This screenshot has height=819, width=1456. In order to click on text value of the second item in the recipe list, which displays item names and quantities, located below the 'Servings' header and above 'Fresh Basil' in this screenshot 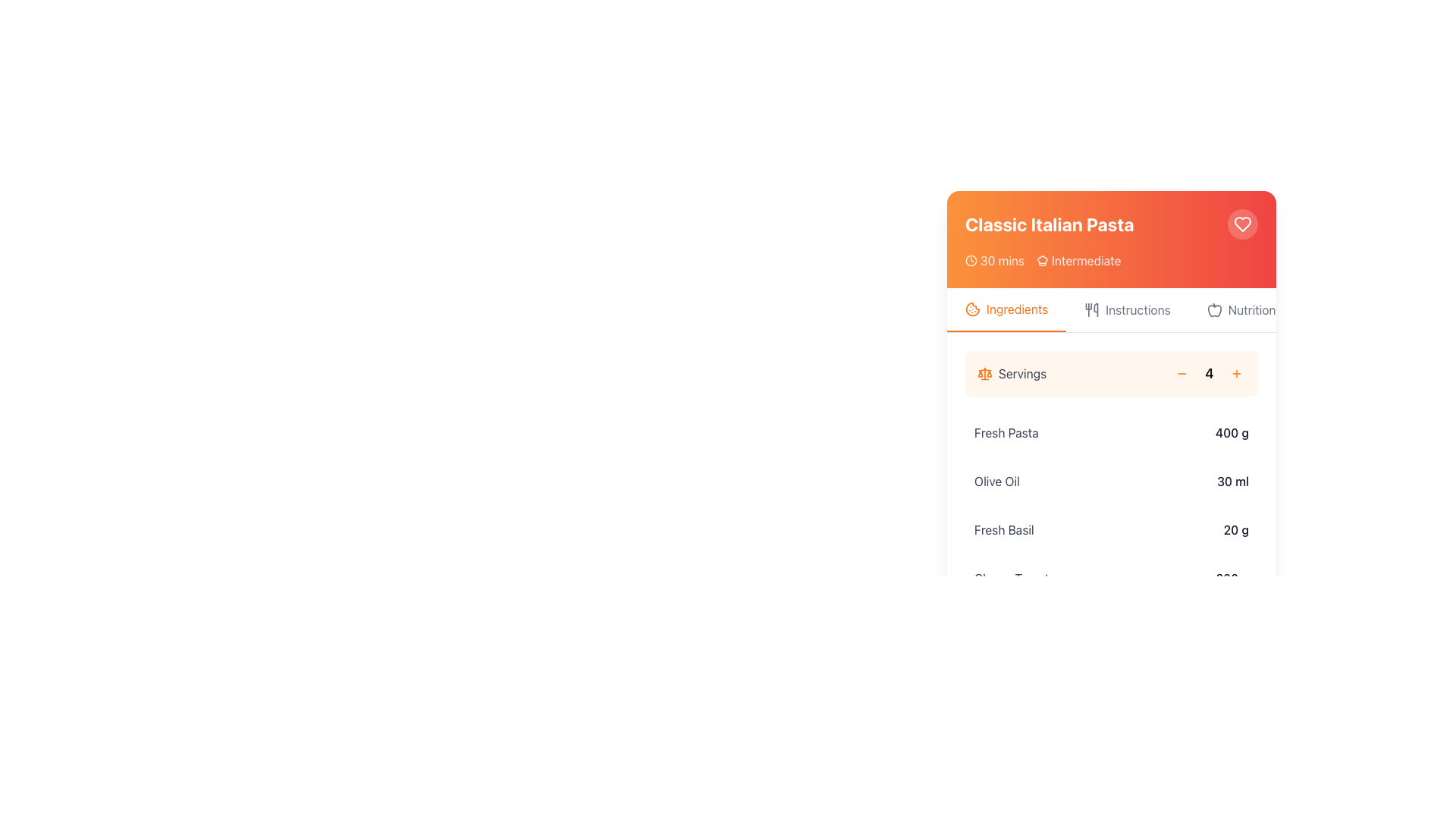, I will do `click(1111, 472)`.